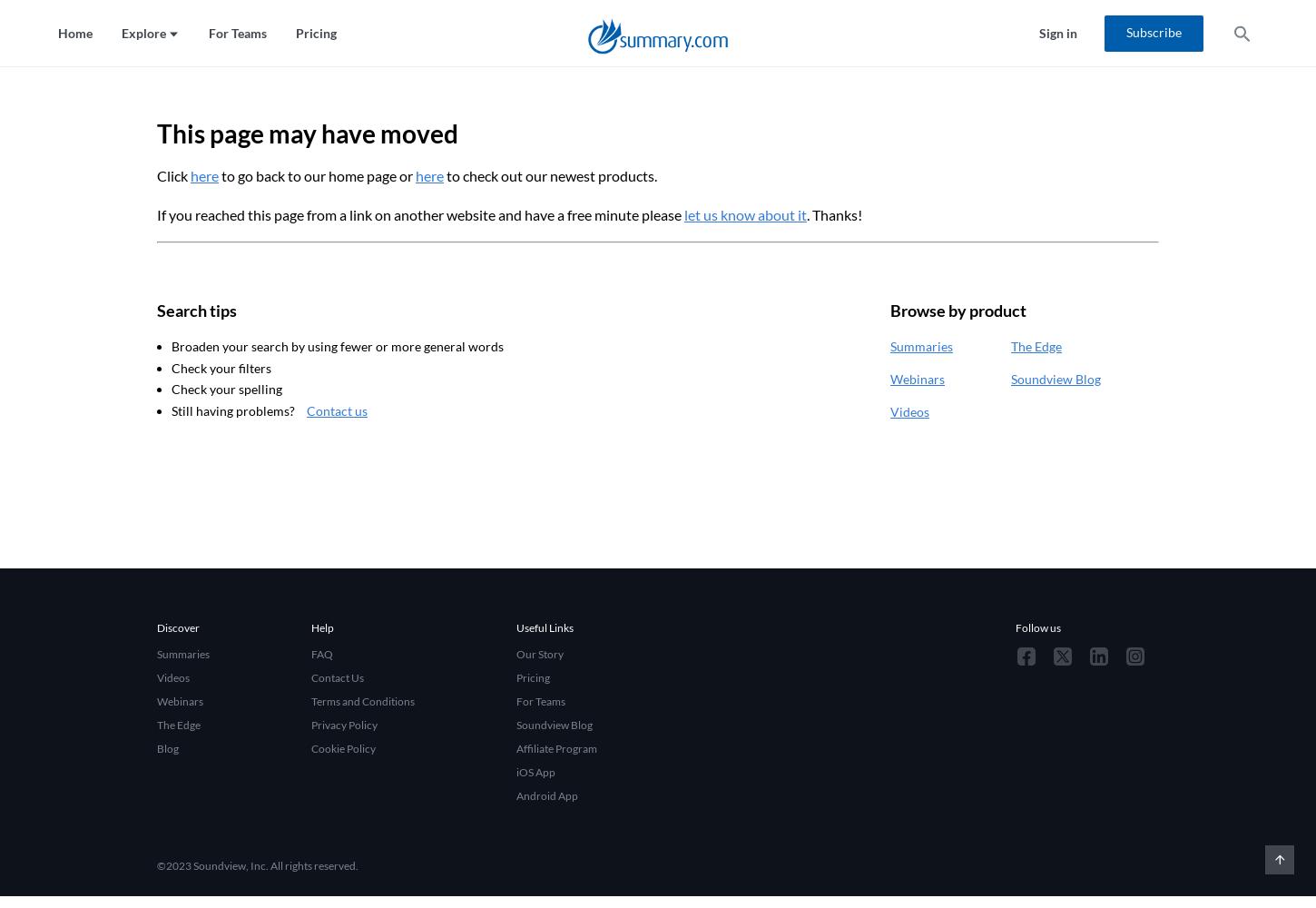  I want to click on 'Soundview Blog', so click(1055, 378).